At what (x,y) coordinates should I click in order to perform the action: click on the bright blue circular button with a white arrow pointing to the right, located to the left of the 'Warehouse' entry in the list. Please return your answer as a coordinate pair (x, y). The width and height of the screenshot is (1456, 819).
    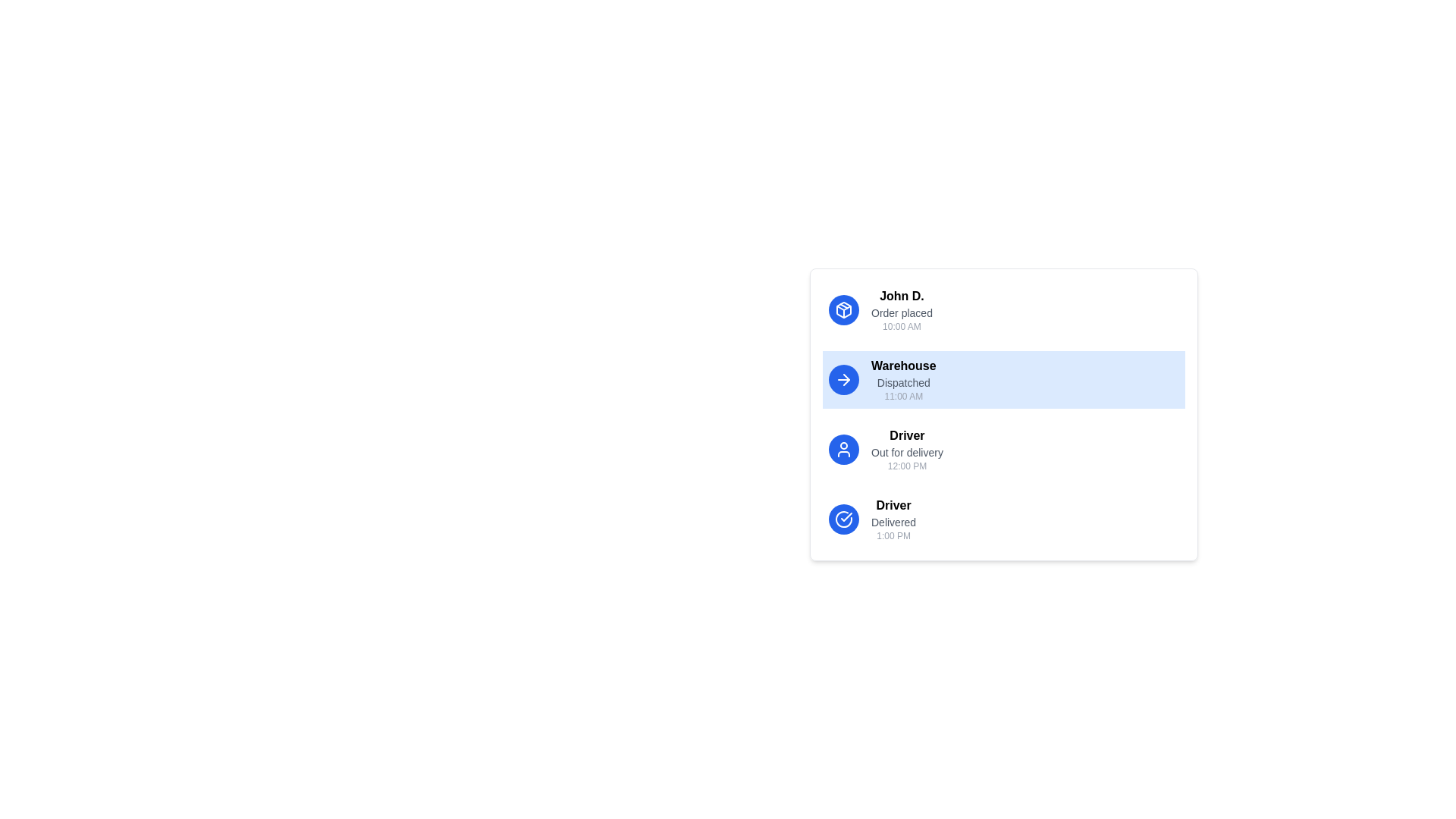
    Looking at the image, I should click on (843, 379).